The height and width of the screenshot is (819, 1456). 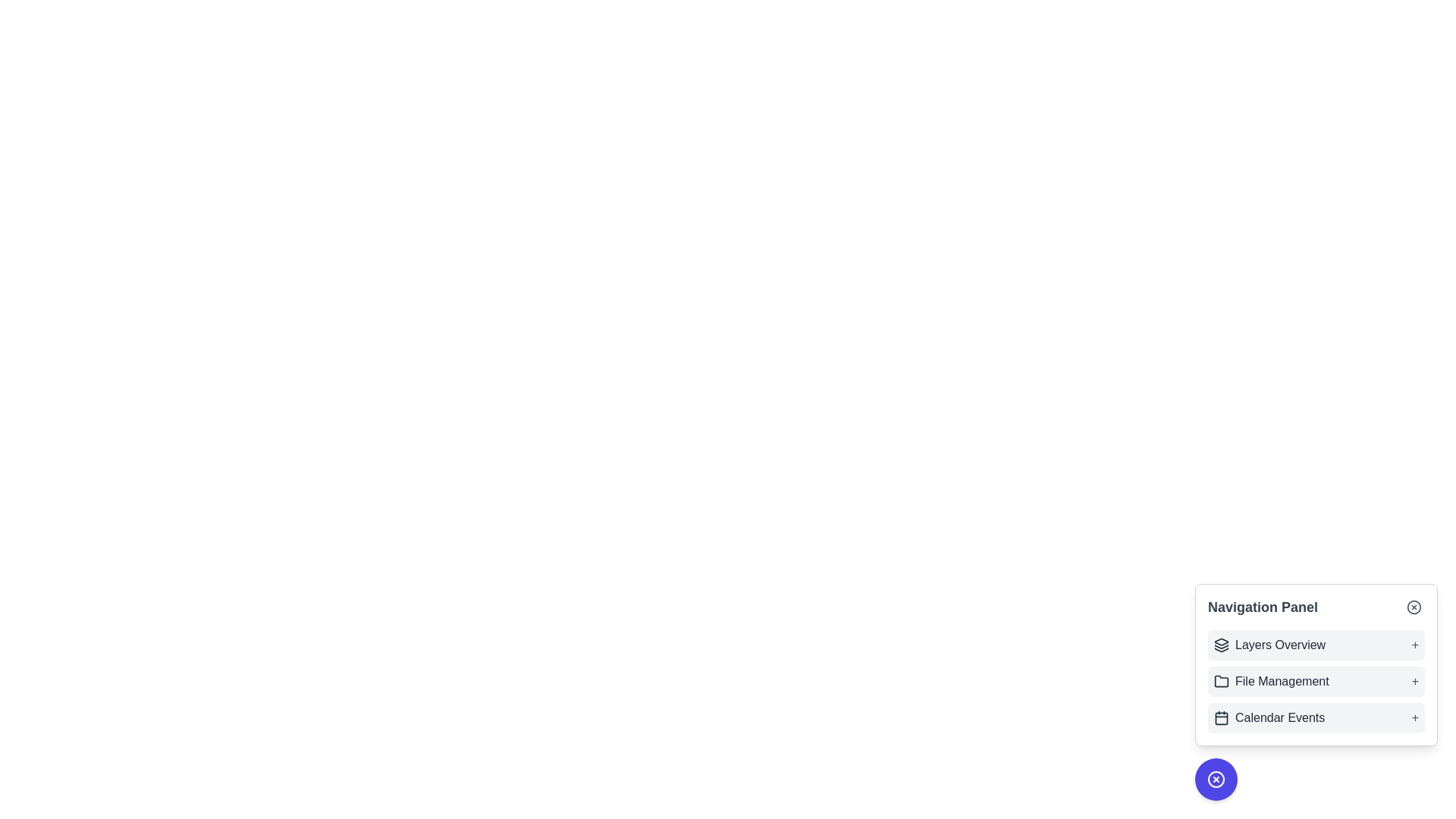 I want to click on the circular vector element located within the small icon beneath the 'Navigation Panel' interface section of the application, so click(x=1216, y=780).